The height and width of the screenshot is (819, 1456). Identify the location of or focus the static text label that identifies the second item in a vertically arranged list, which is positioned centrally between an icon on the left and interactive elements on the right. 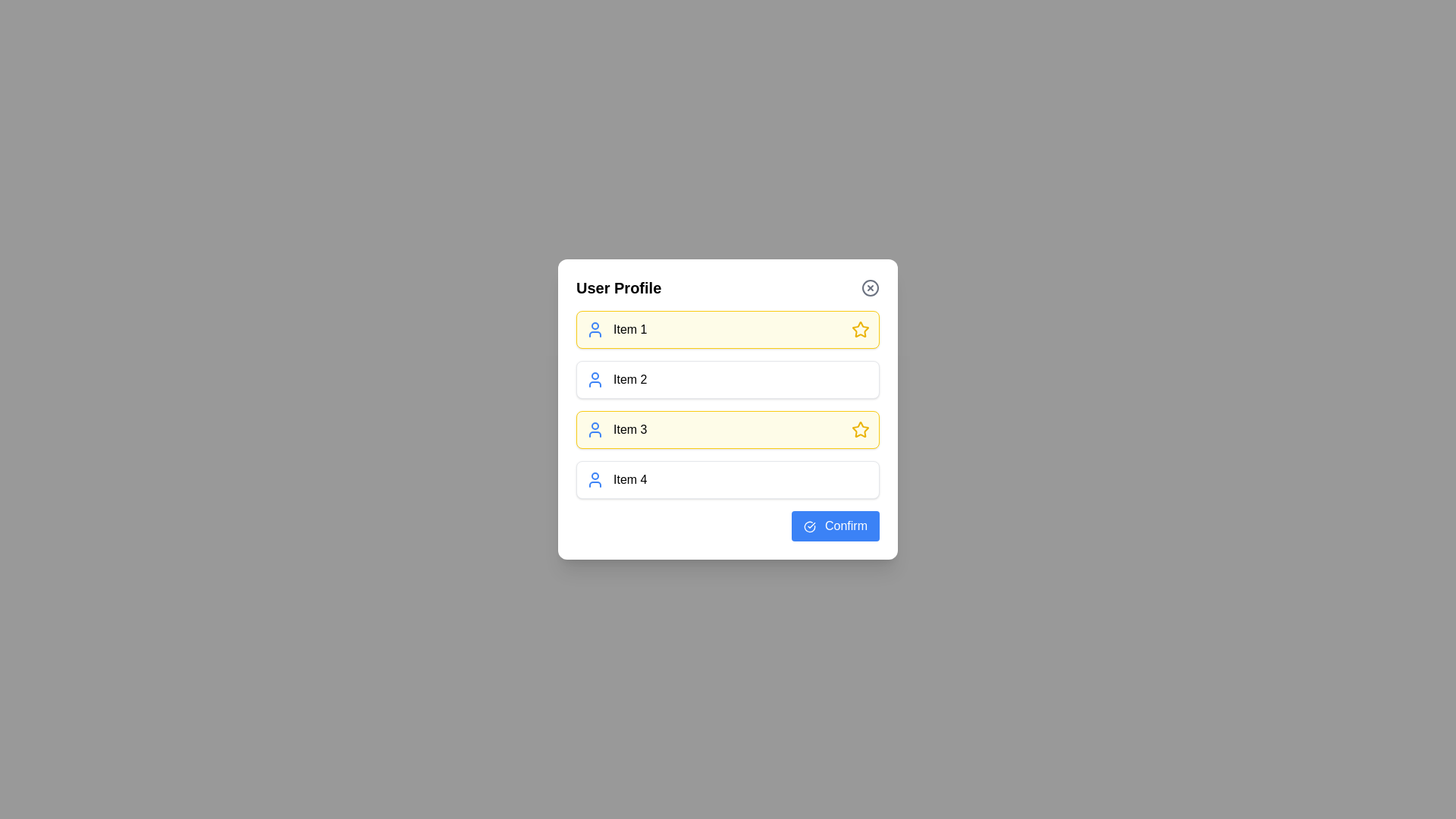
(742, 379).